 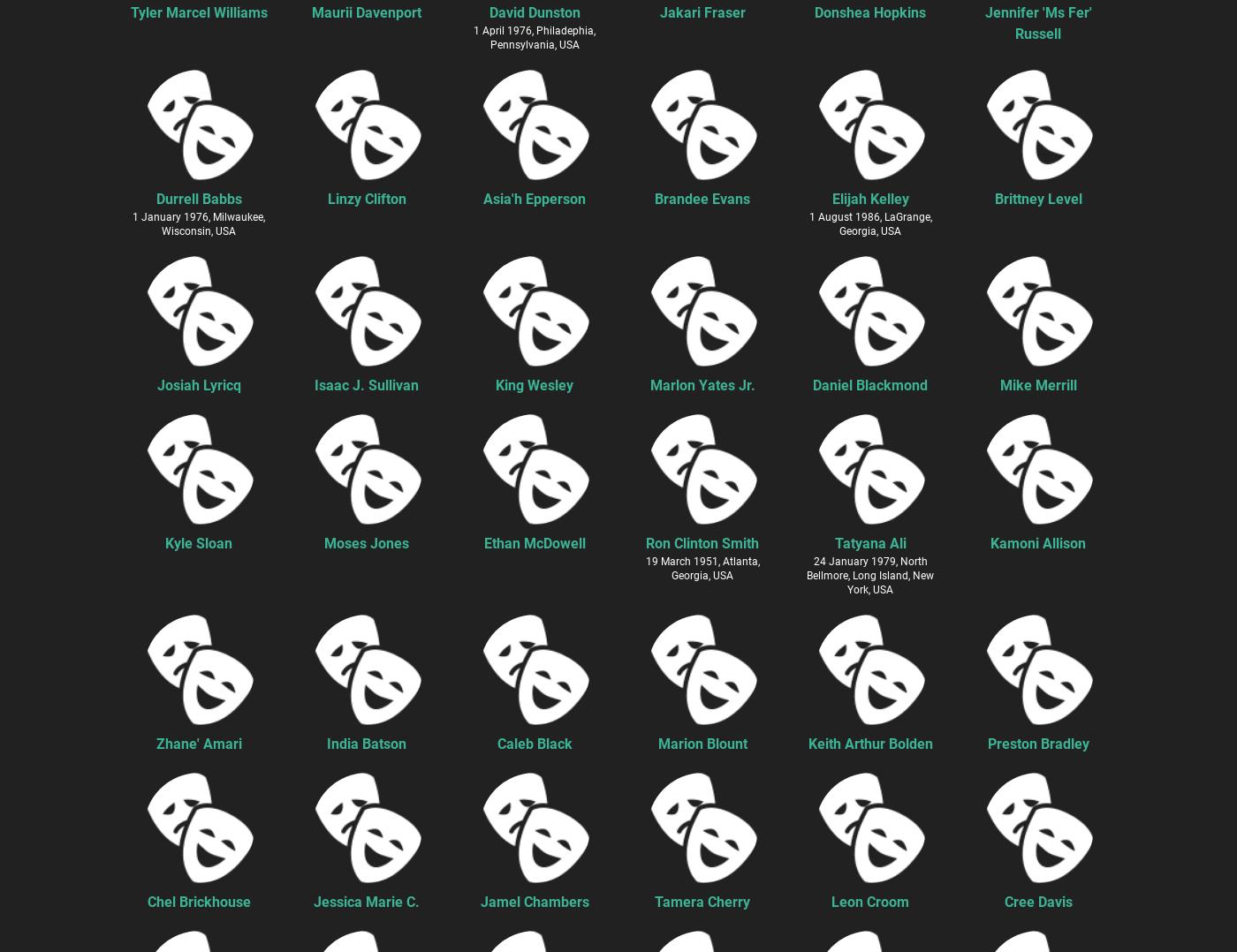 What do you see at coordinates (198, 11) in the screenshot?
I see `'Tyler Marcel Williams'` at bounding box center [198, 11].